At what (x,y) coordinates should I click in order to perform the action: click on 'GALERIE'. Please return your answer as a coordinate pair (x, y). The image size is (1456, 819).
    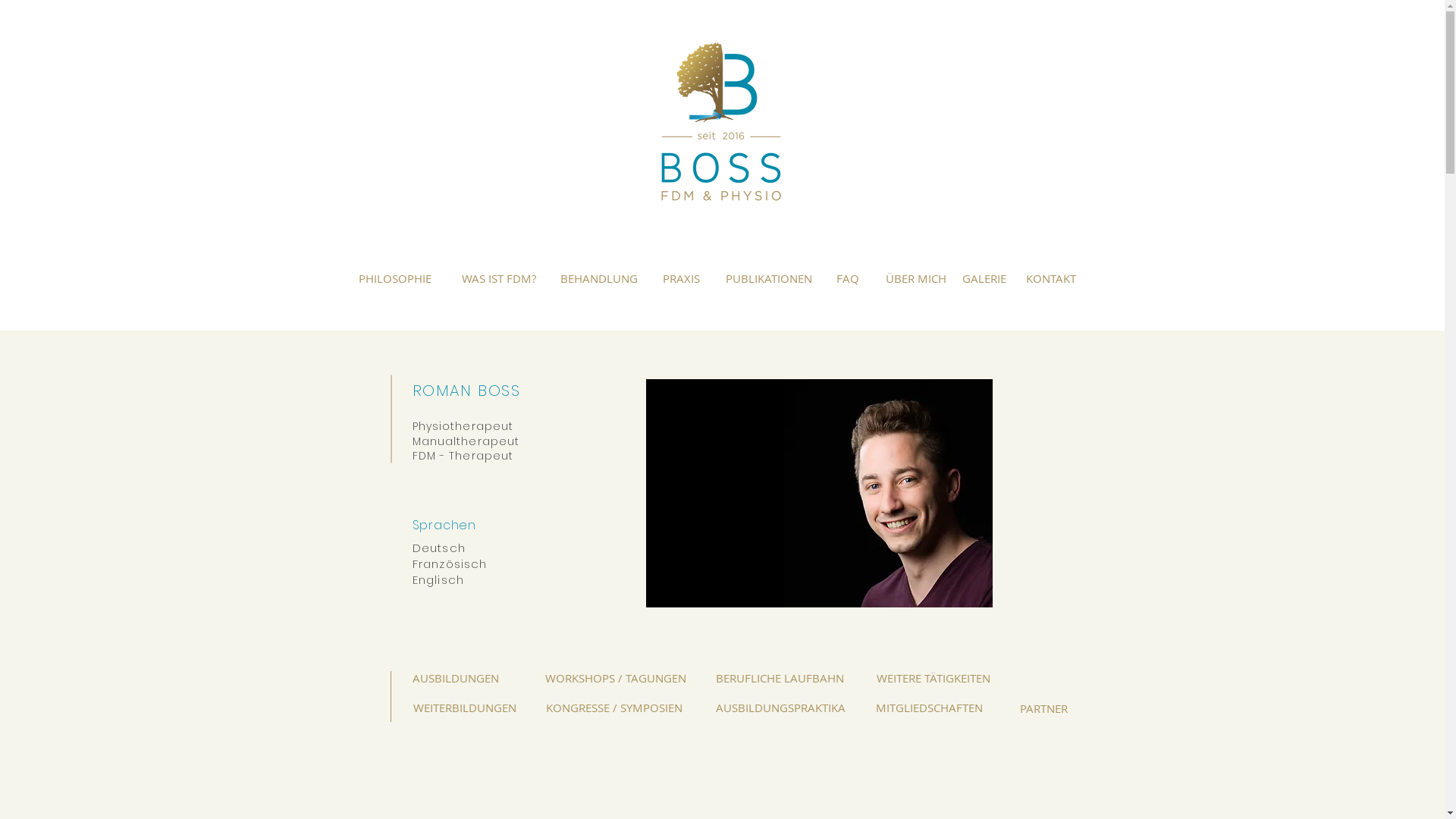
    Looking at the image, I should click on (984, 278).